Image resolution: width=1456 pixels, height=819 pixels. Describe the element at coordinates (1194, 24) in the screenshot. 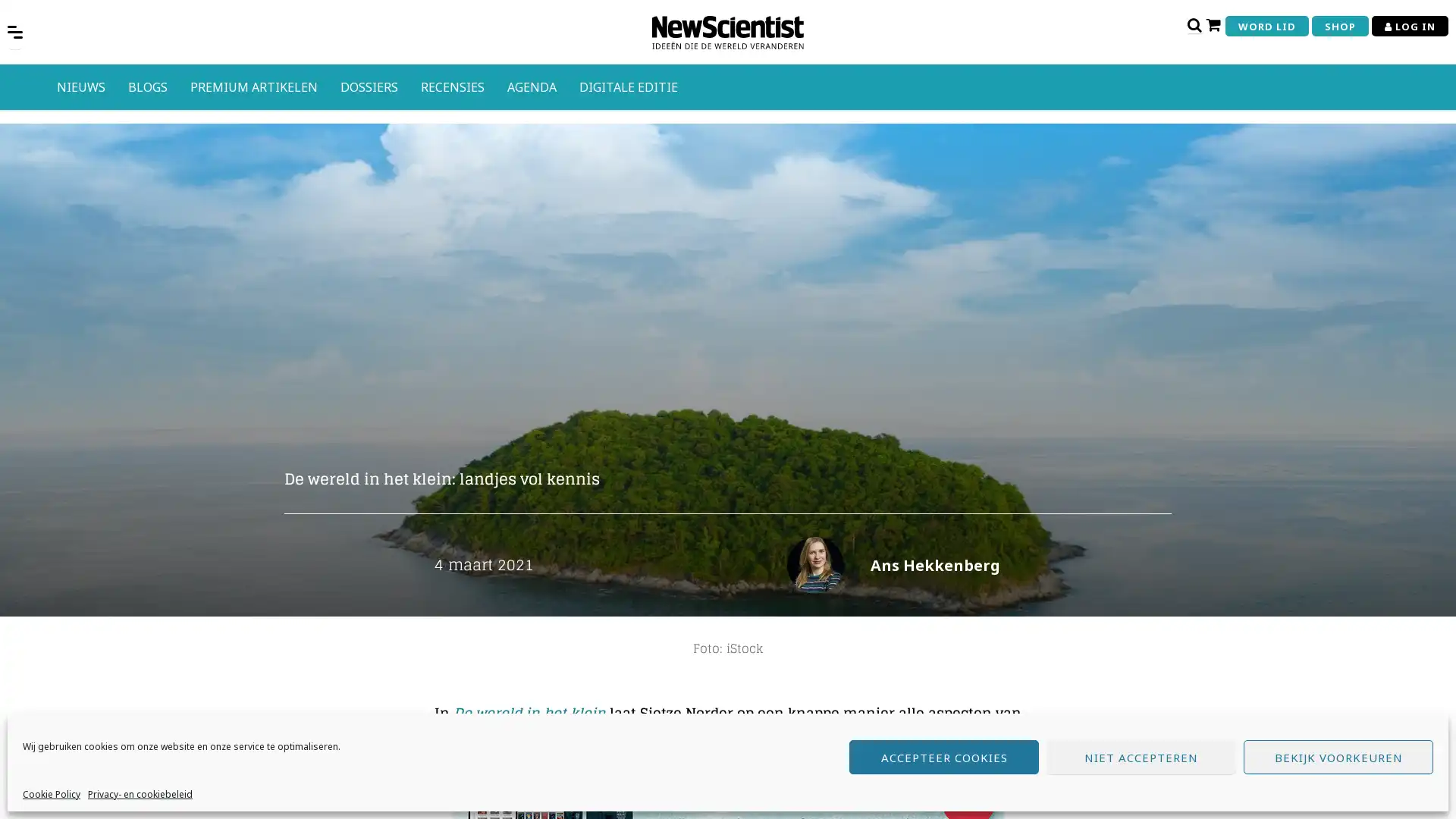

I see `Open zoekbalk` at that location.